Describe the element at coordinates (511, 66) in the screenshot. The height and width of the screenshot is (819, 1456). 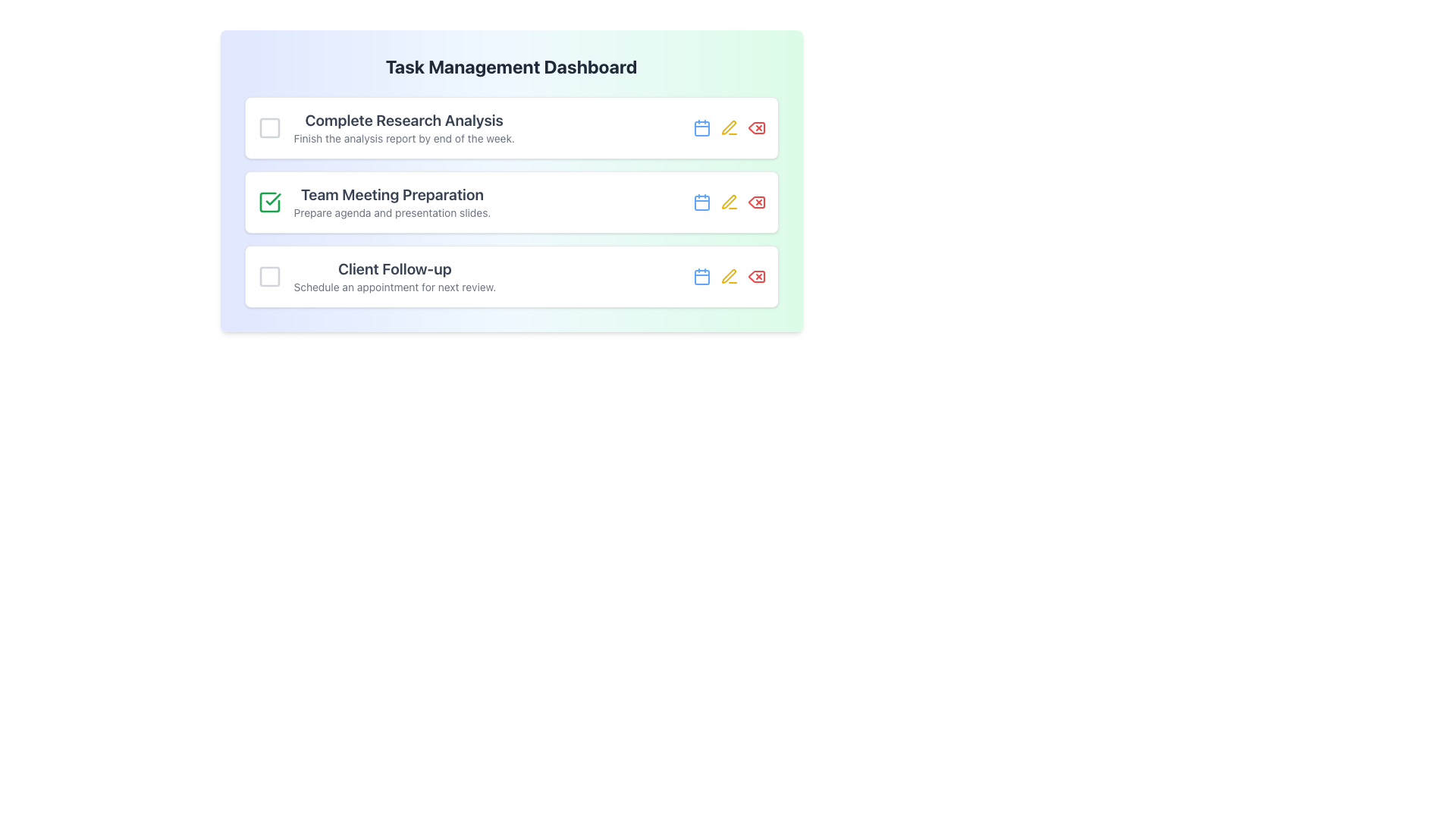
I see `the title text element located at the top center of the dashboard interface, which provides context for the displayed tasks` at that location.